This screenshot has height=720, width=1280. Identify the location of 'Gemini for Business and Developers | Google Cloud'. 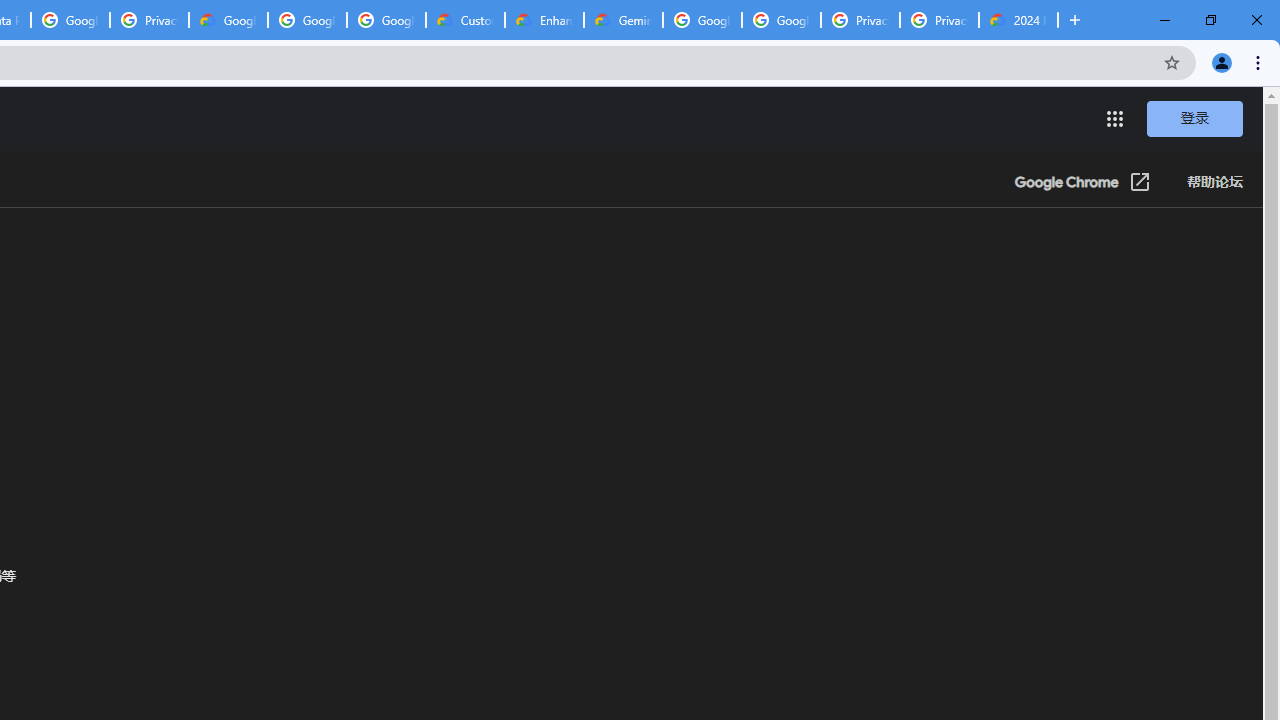
(622, 20).